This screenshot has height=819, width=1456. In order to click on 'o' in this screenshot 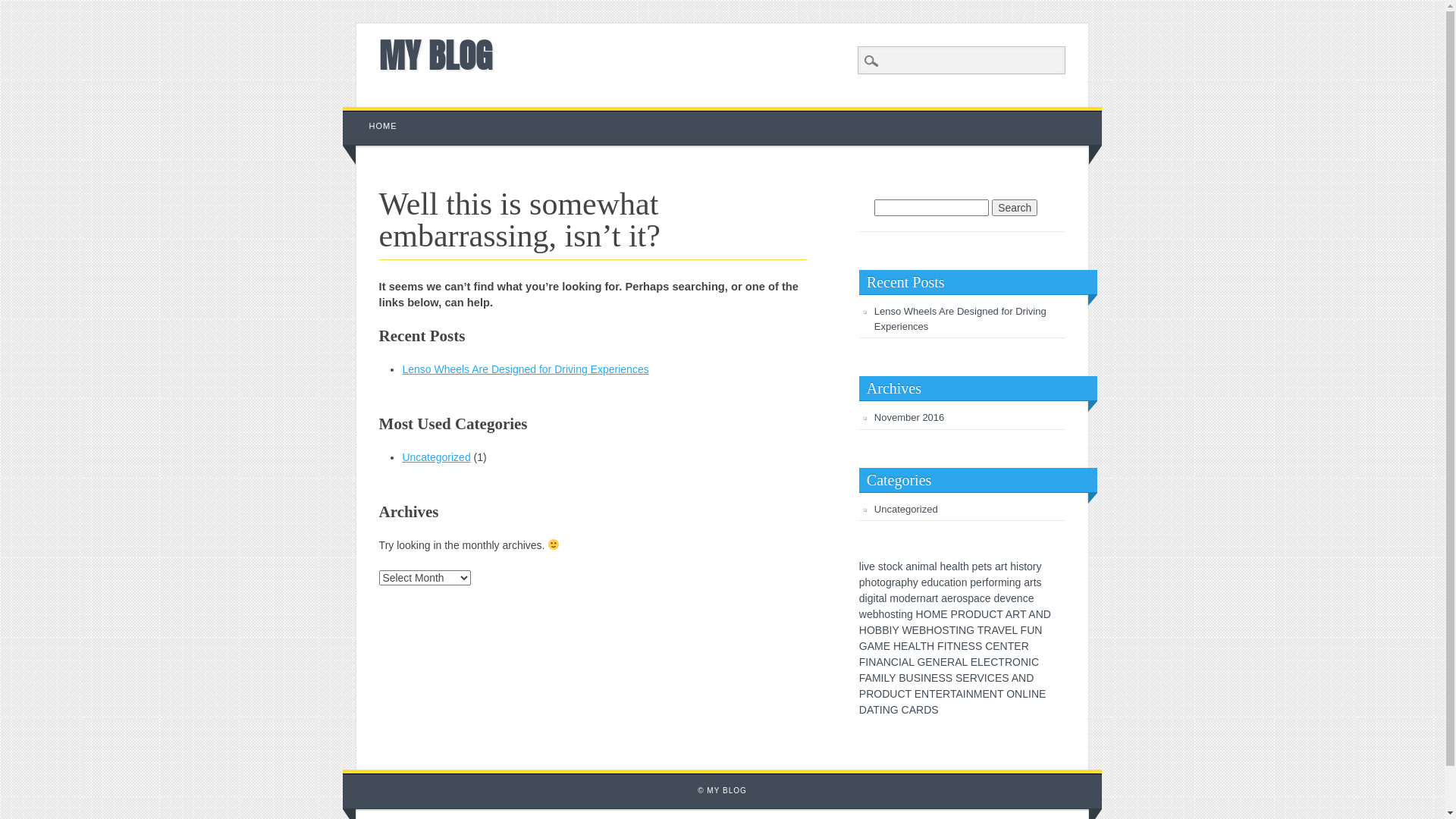, I will do `click(874, 581)`.